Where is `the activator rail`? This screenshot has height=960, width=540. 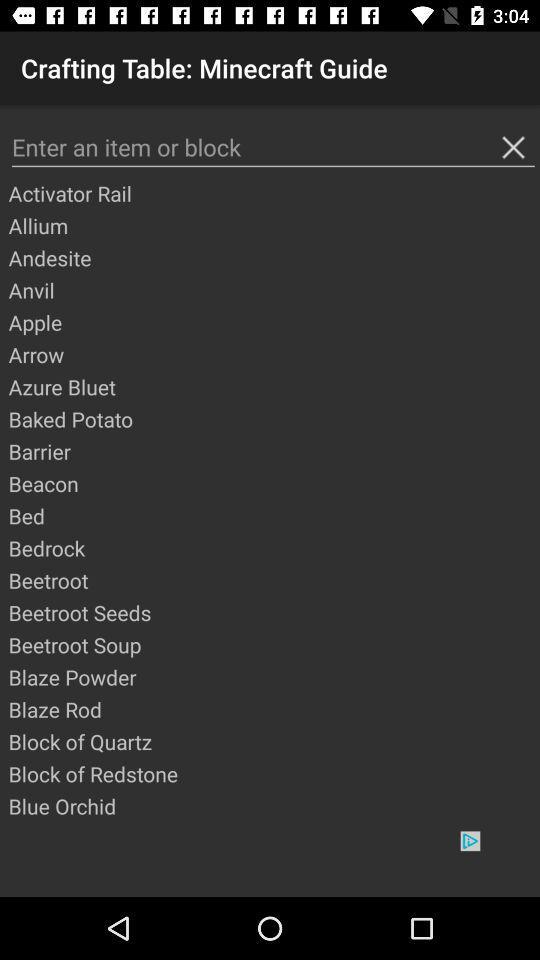 the activator rail is located at coordinates (272, 193).